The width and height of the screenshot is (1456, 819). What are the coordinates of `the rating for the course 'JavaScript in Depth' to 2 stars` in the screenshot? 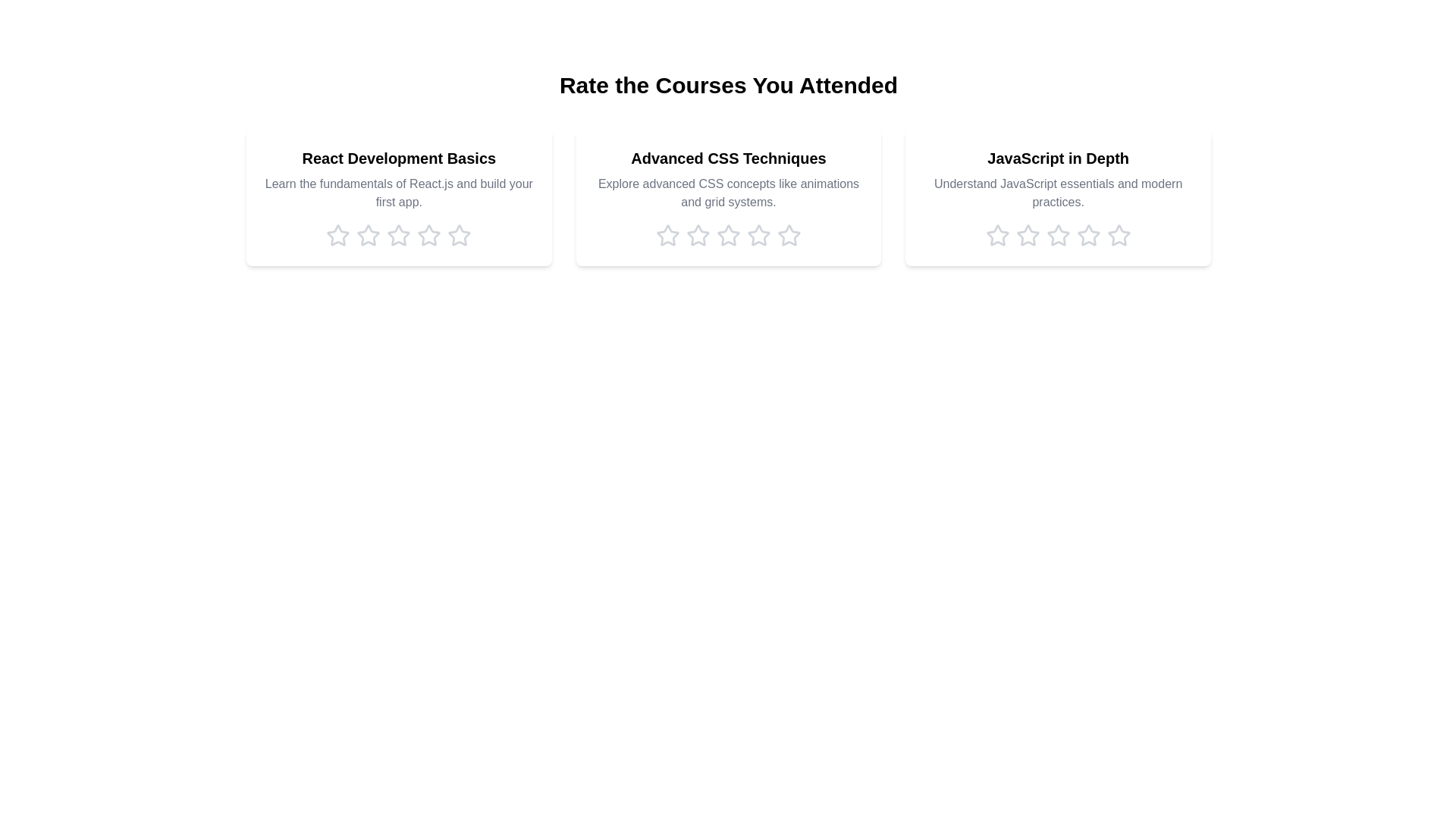 It's located at (1028, 236).